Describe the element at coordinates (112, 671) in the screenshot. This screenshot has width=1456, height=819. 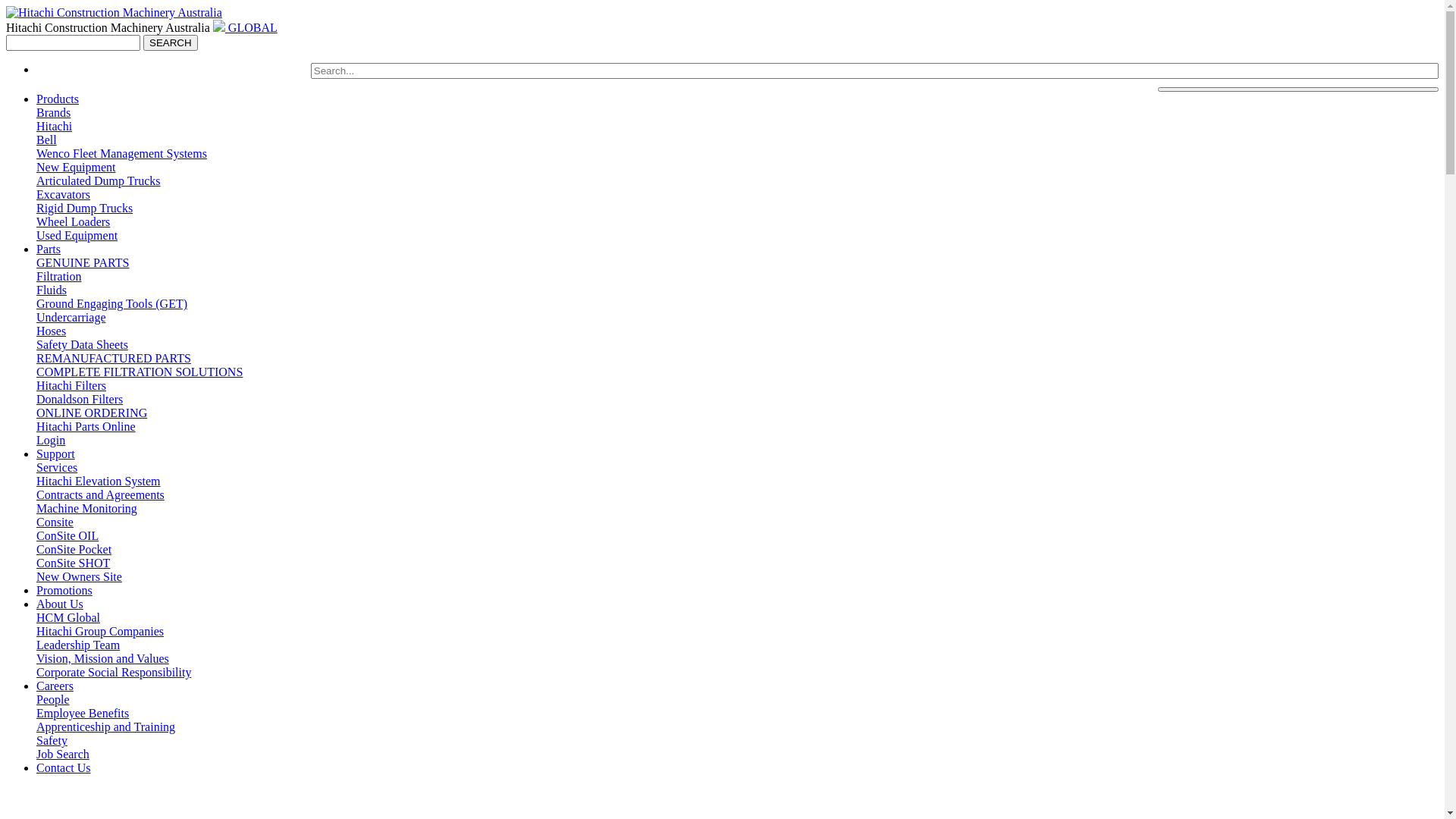
I see `'Corporate Social Responsibility'` at that location.